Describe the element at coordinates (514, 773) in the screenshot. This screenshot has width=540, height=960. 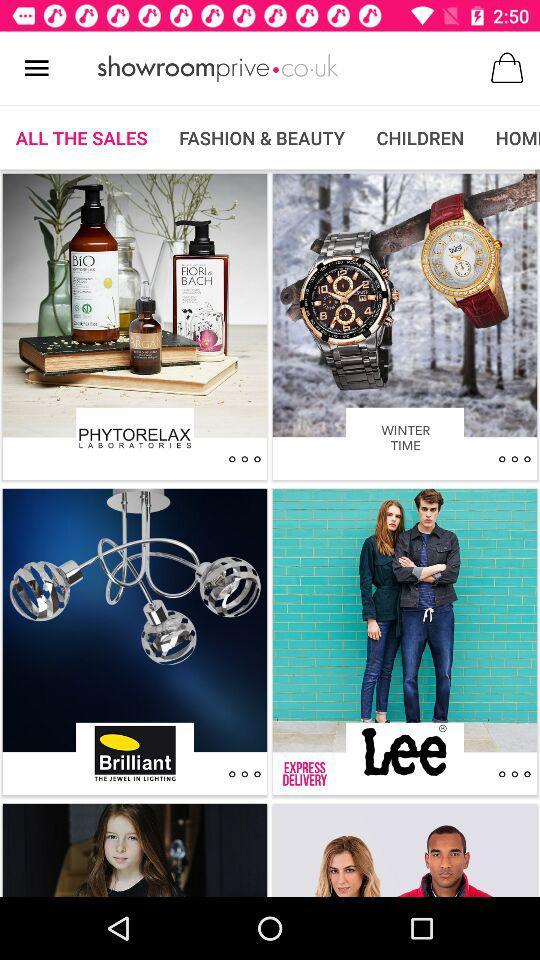
I see `other options` at that location.